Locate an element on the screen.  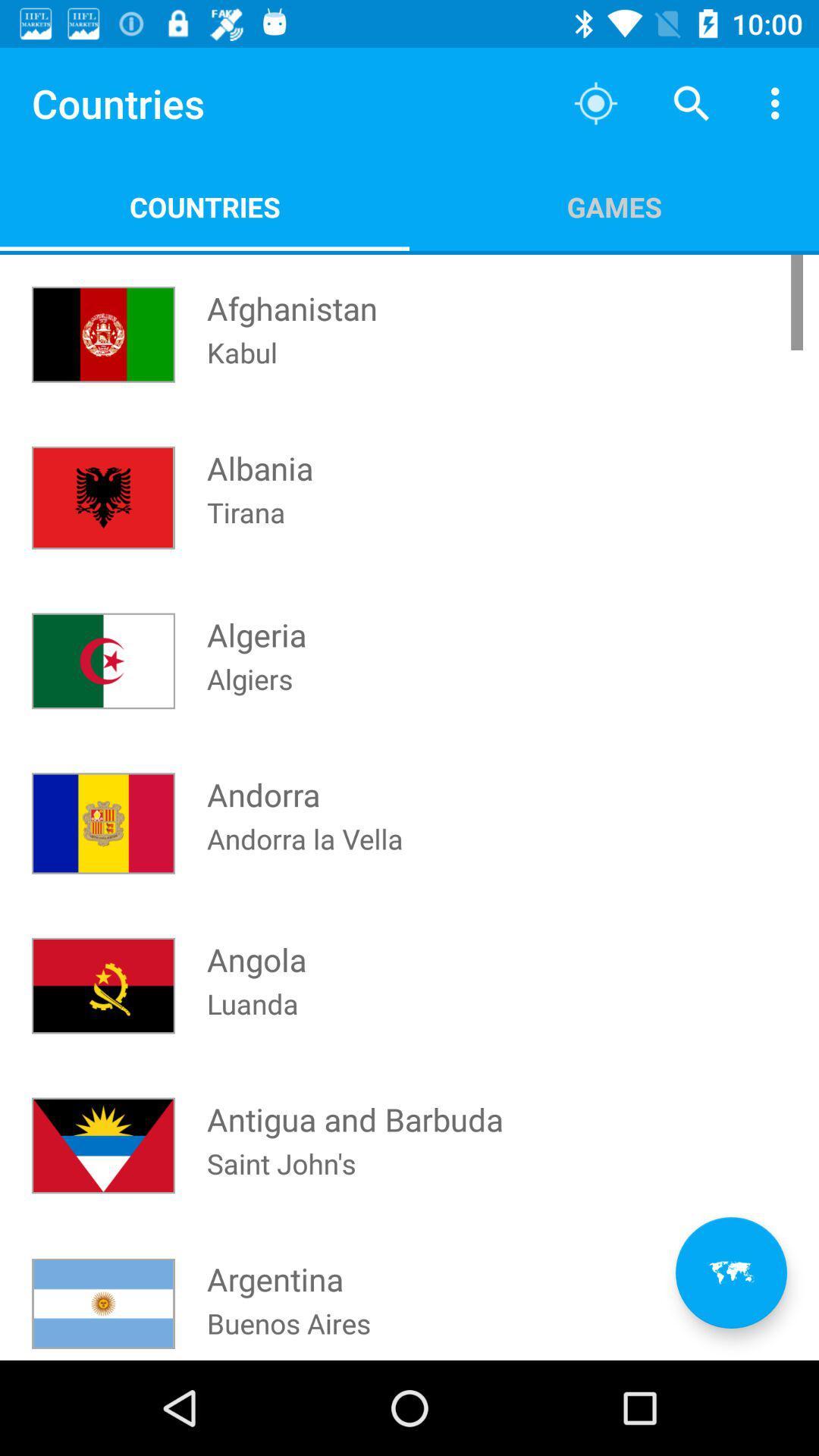
the saint john's icon is located at coordinates (281, 1182).